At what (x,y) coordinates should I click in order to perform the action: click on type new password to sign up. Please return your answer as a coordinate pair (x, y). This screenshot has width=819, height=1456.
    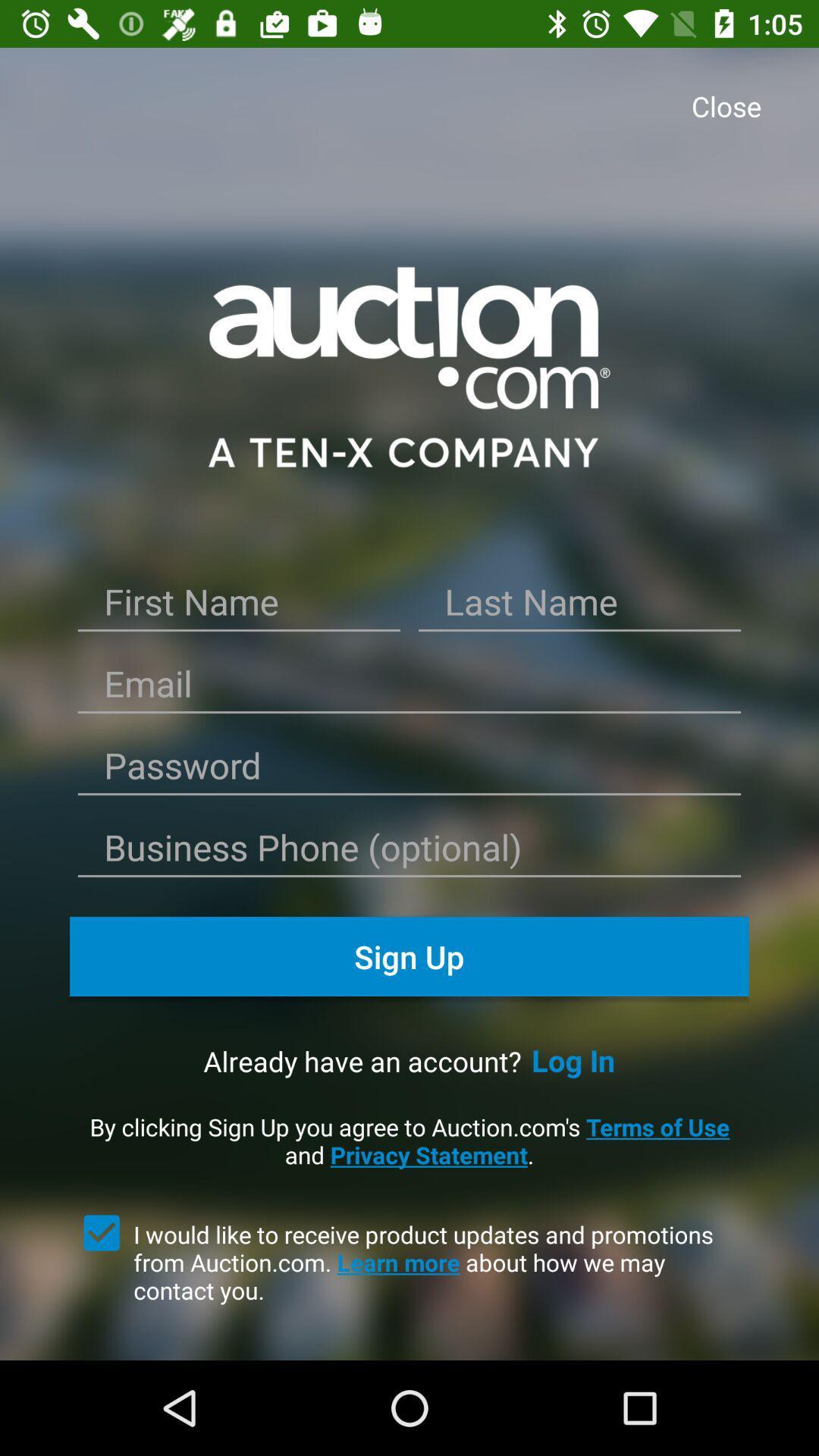
    Looking at the image, I should click on (409, 771).